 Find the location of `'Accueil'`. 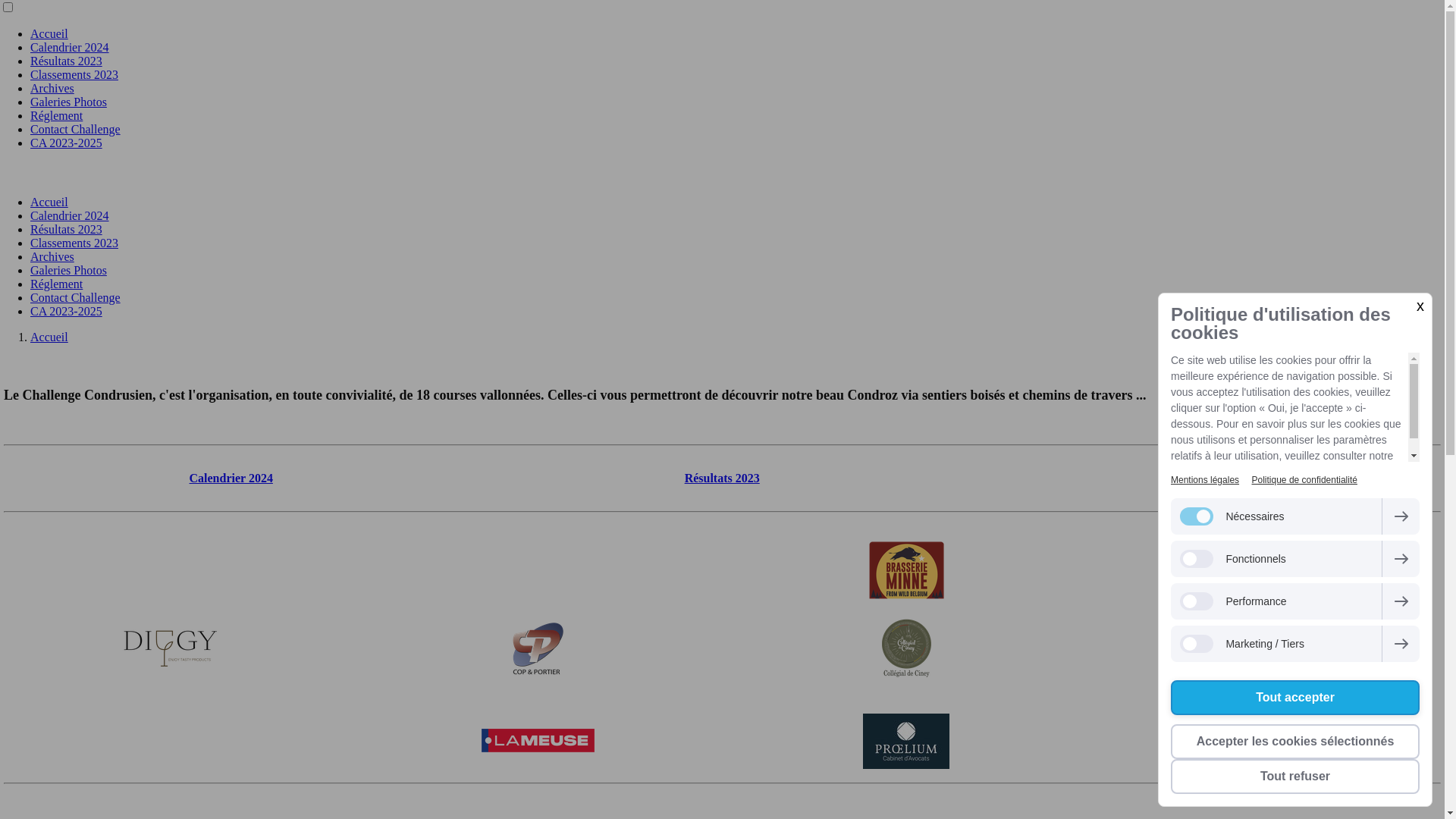

'Accueil' is located at coordinates (49, 201).